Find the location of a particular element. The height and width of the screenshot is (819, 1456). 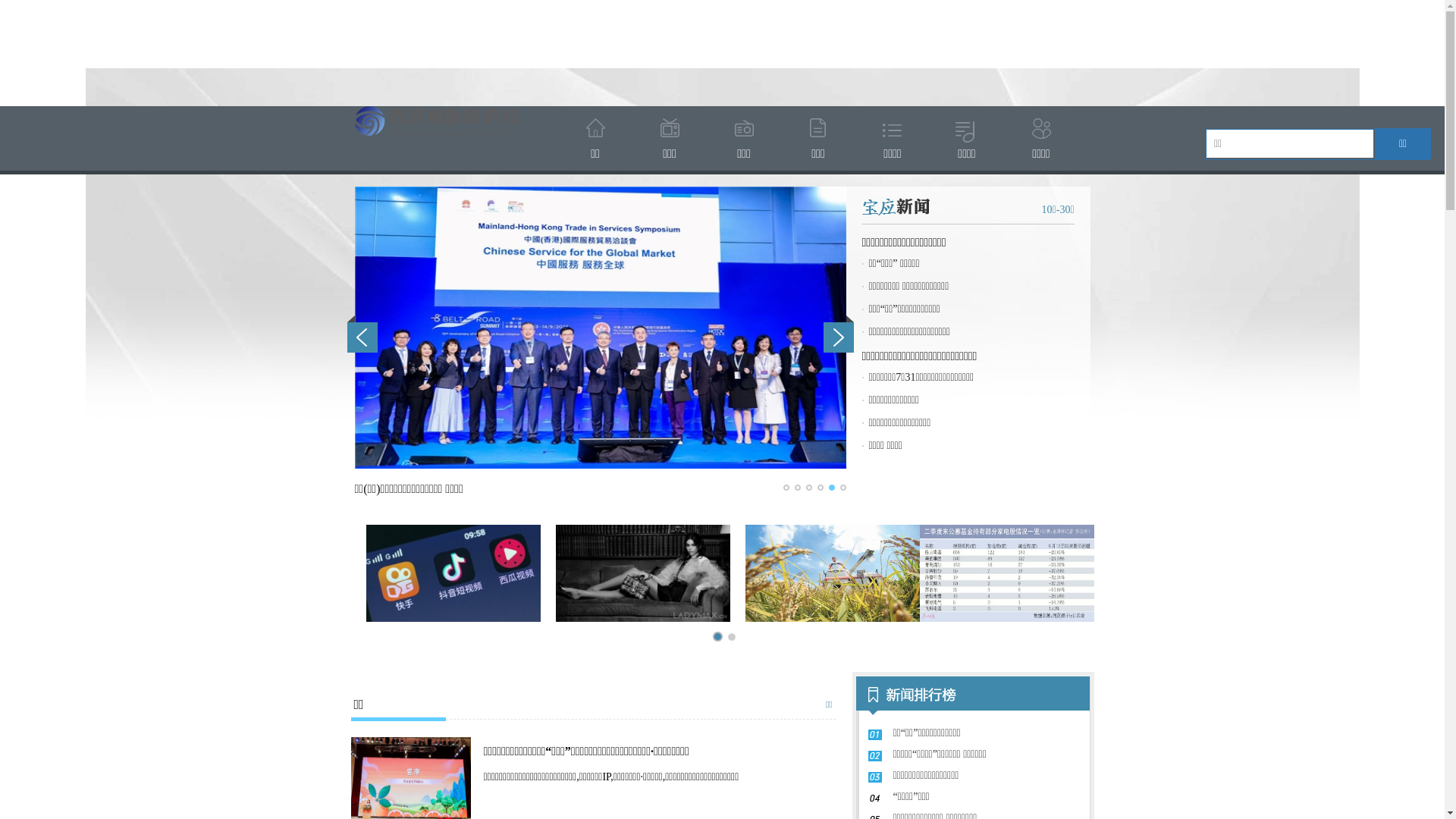

'2' is located at coordinates (793, 488).